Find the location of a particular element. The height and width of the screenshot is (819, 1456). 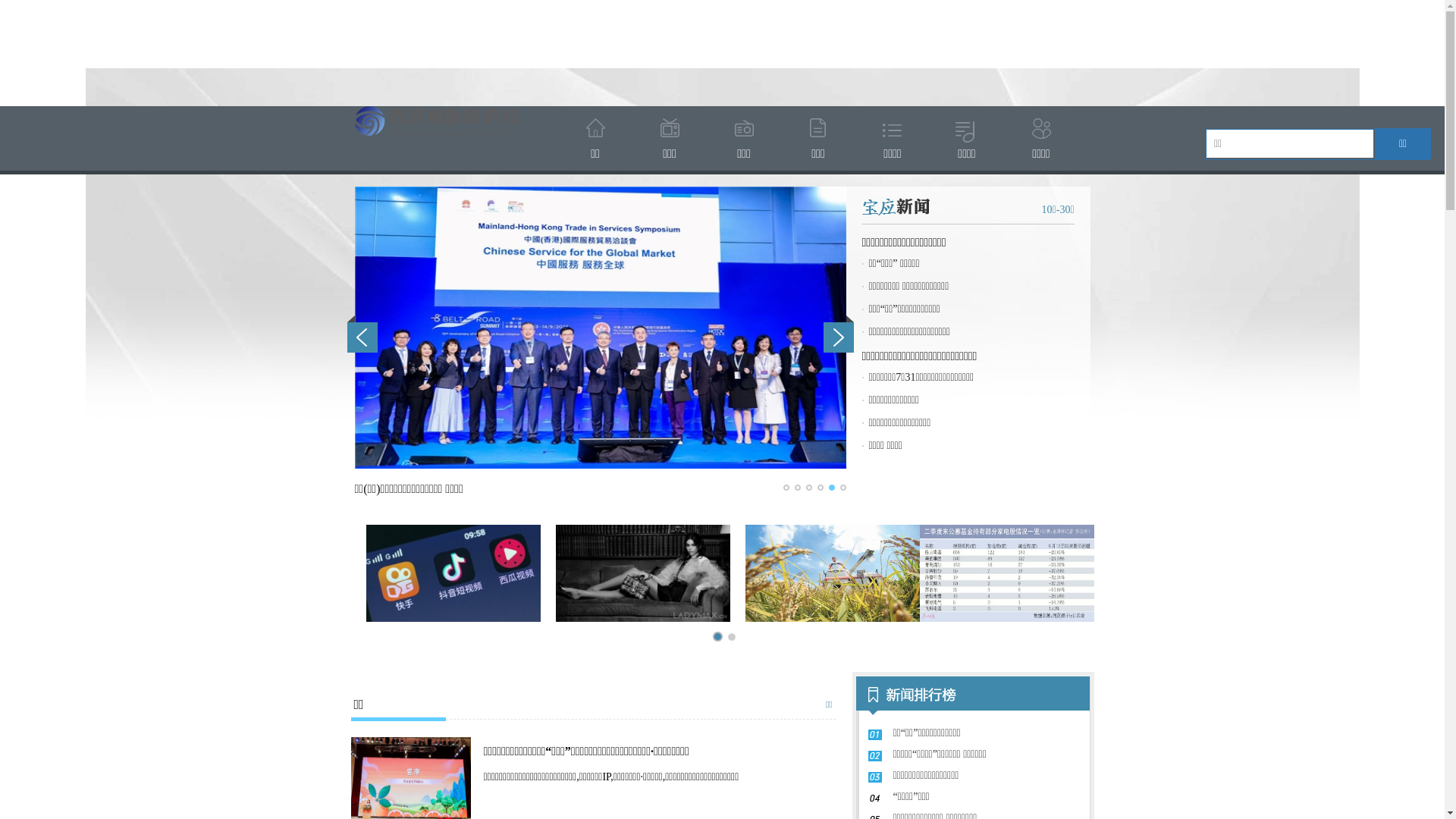

'2' is located at coordinates (793, 488).